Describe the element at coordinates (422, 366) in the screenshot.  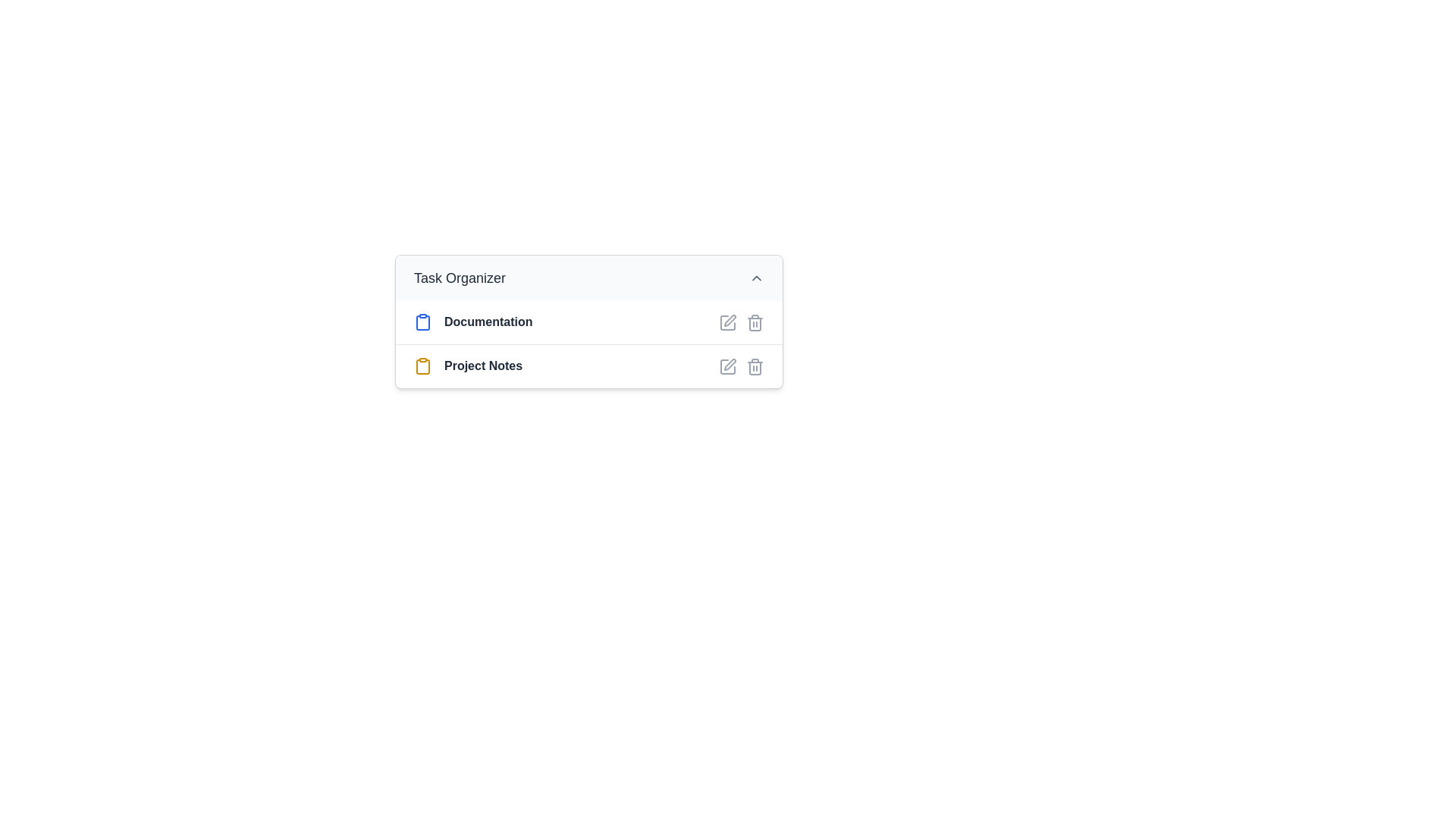
I see `the orange clipboard icon located to the left of the 'Project Notes' text` at that location.